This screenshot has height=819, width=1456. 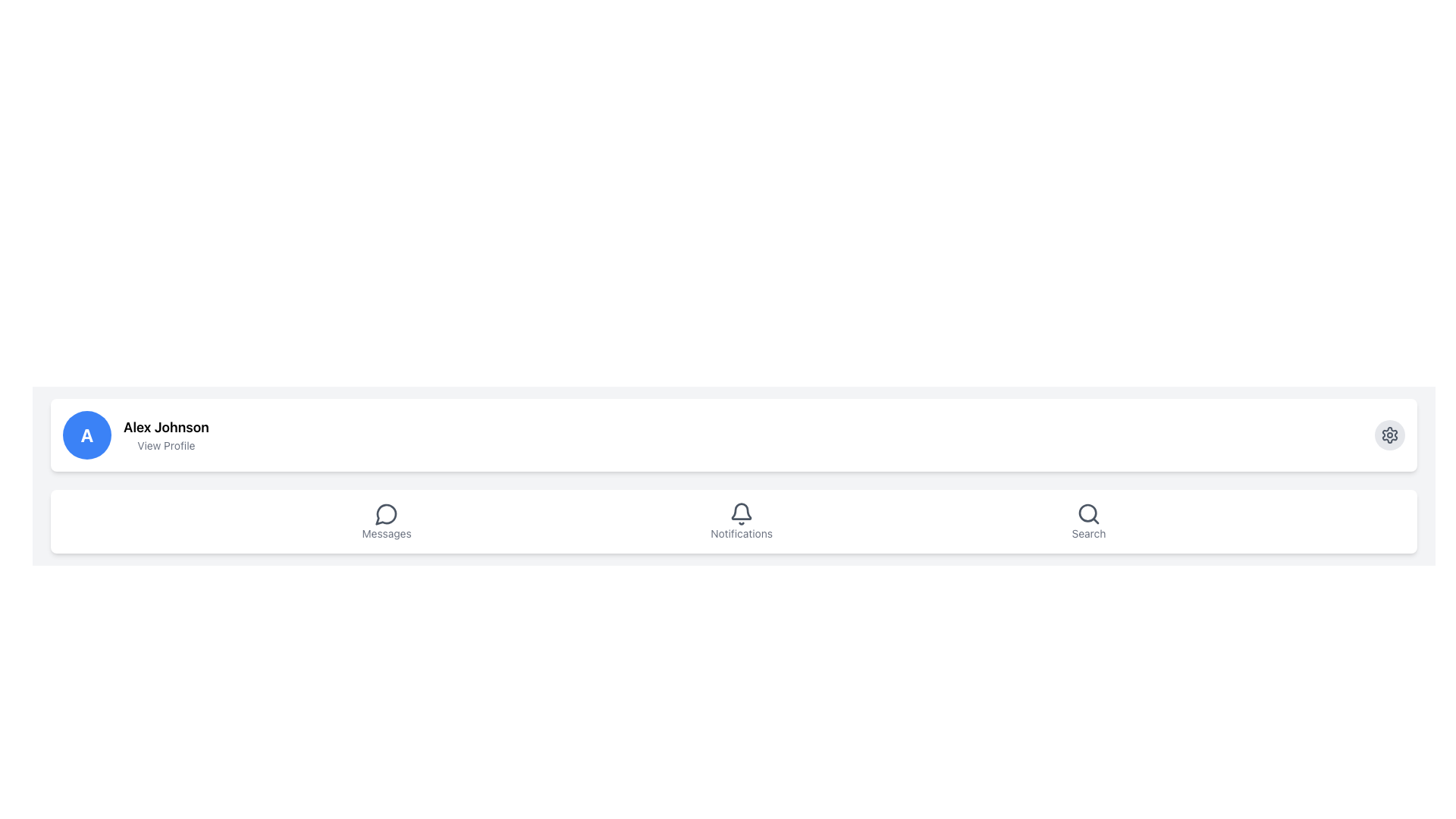 I want to click on informational text displayed in the Text Label, which is positioned centered below the name 'Alex Johnson' and follows the profile avatar, so click(x=166, y=444).